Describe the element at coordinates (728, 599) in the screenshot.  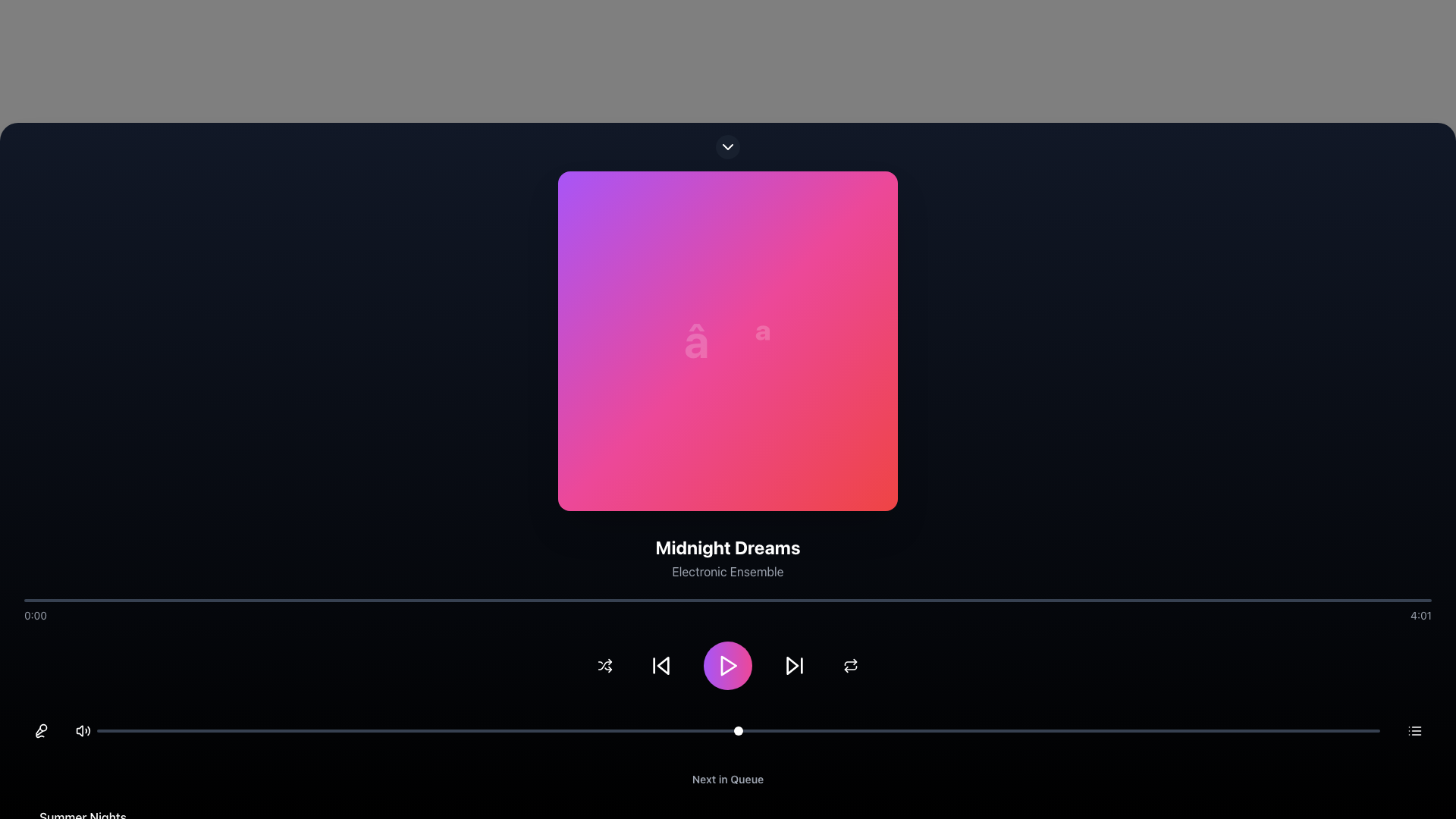
I see `the progress bar located below the song title and artist information to seek to a specific point in the media timeline` at that location.